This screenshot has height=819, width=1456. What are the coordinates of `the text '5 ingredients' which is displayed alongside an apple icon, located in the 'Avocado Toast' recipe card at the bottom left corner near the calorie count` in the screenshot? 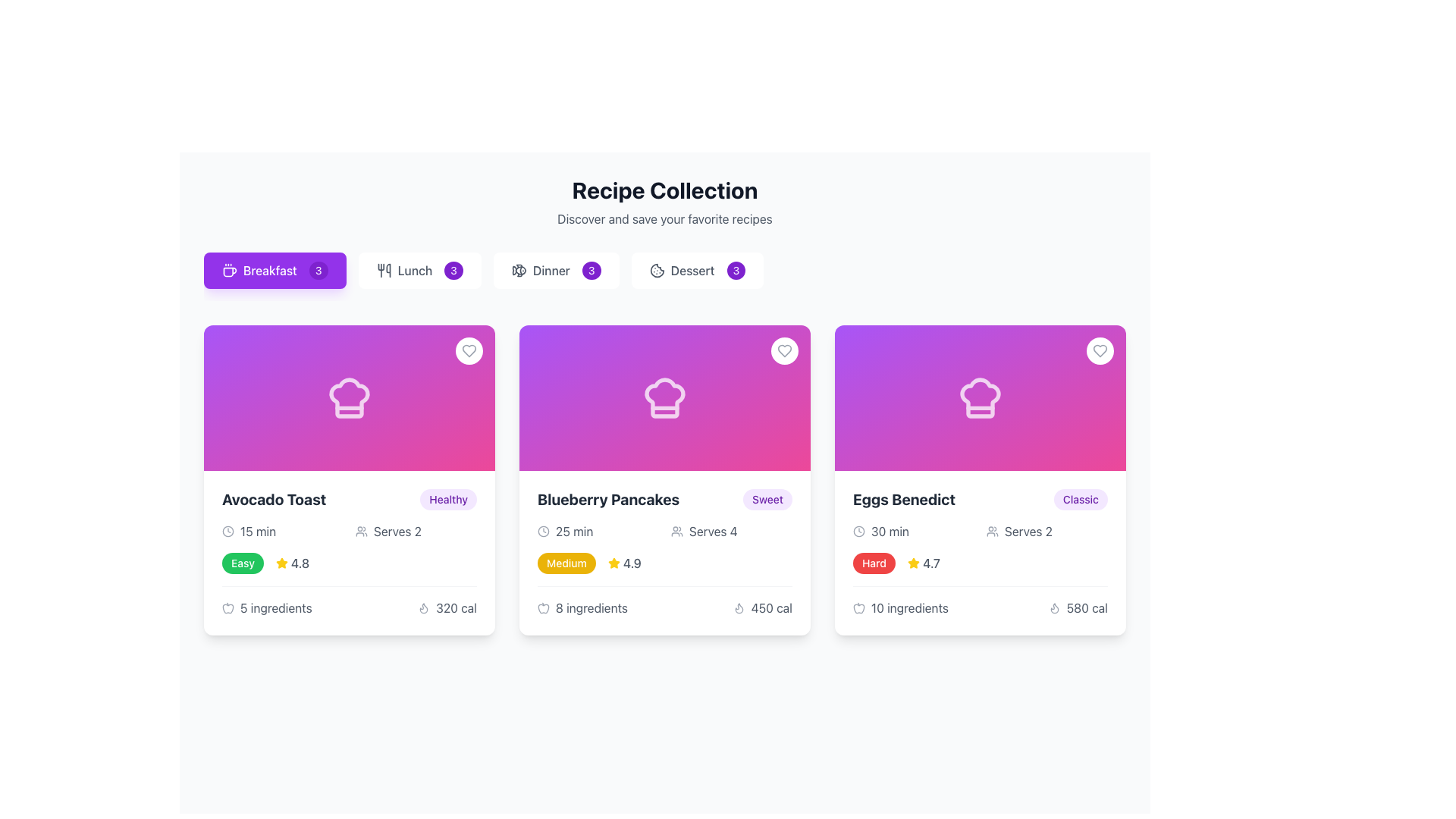 It's located at (267, 607).